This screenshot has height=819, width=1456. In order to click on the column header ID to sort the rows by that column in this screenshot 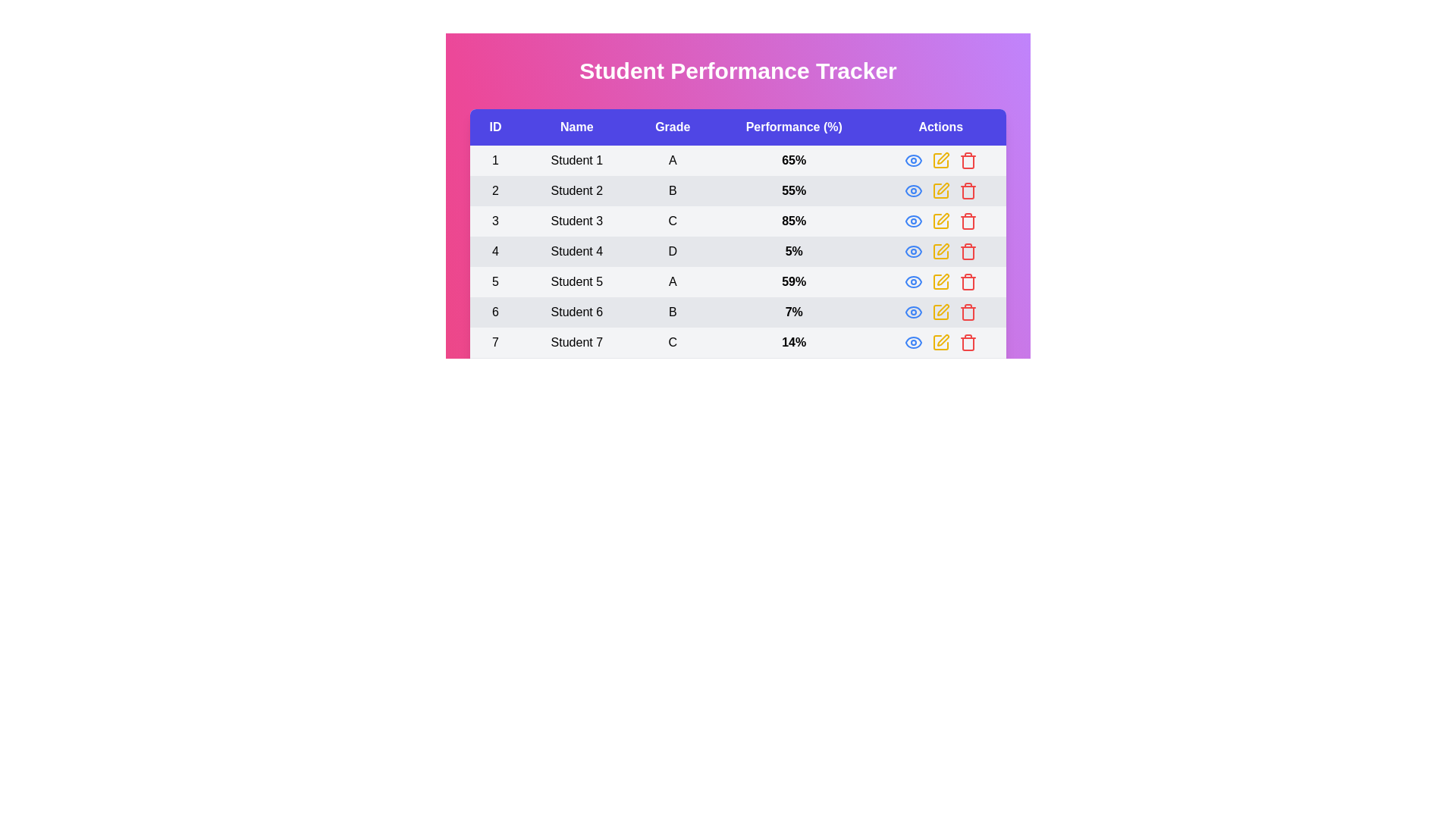, I will do `click(495, 127)`.